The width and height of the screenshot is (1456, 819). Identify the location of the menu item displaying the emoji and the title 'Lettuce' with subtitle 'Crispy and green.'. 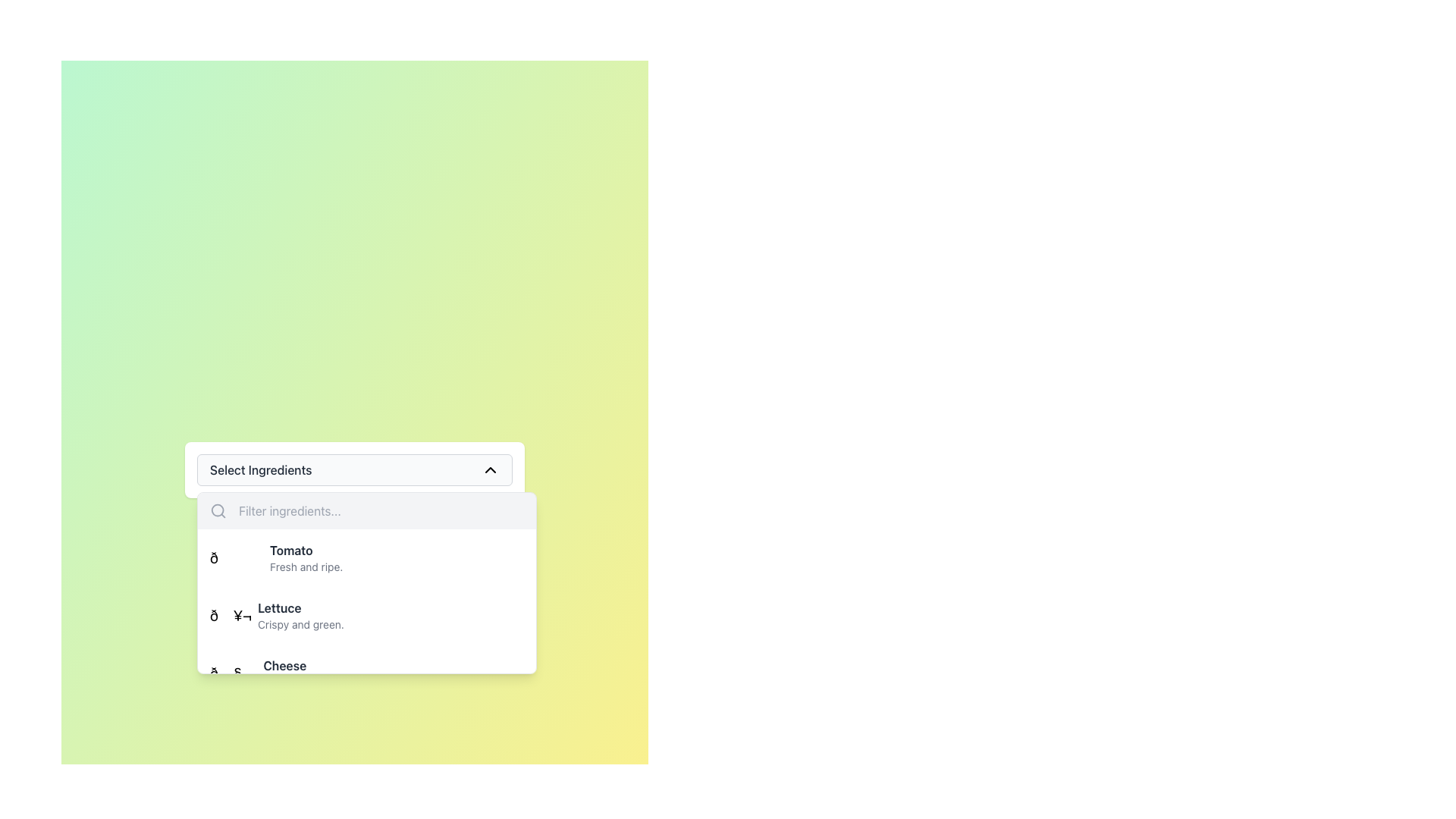
(367, 616).